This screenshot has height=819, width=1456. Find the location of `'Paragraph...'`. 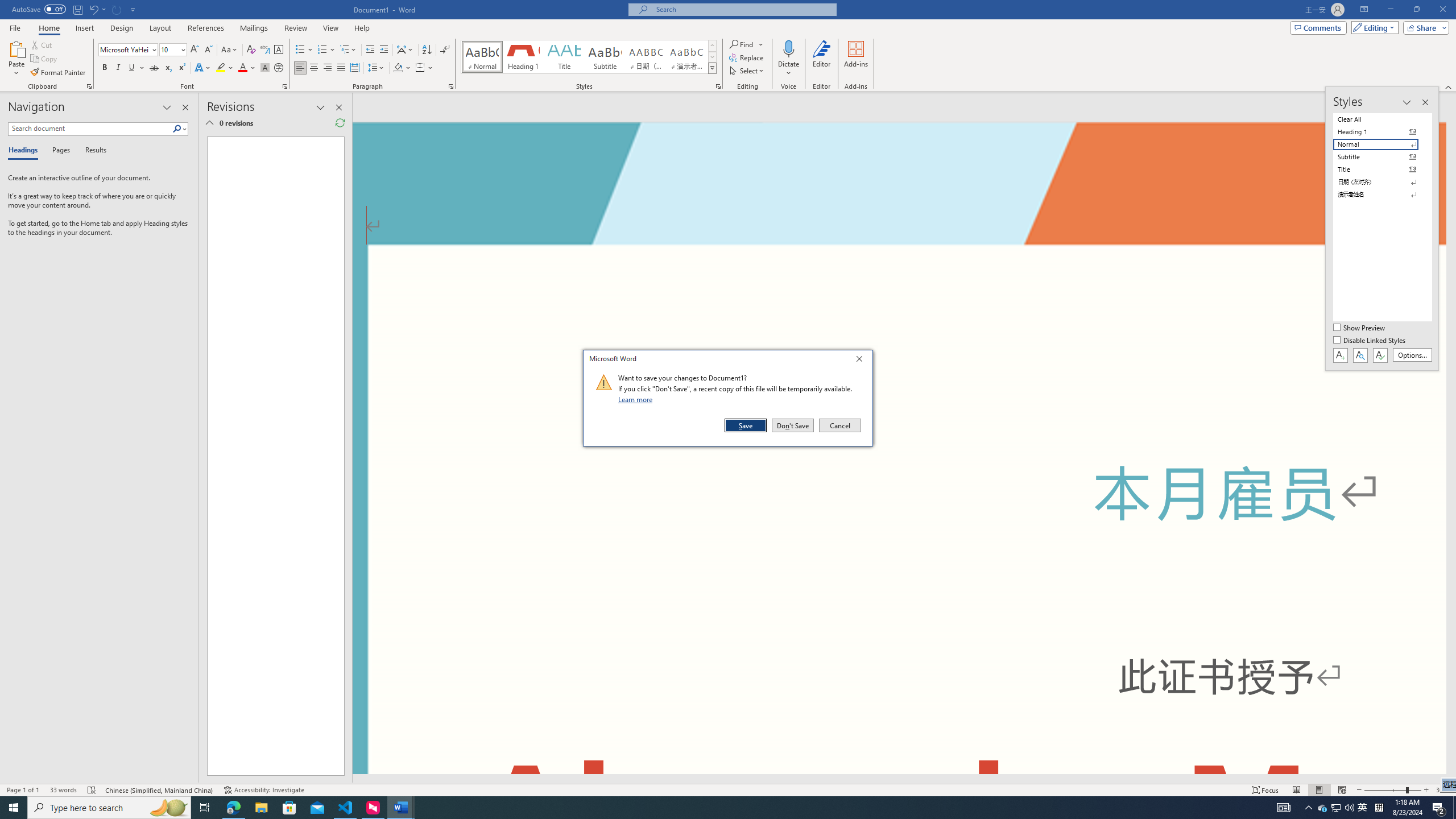

'Paragraph...' is located at coordinates (450, 85).